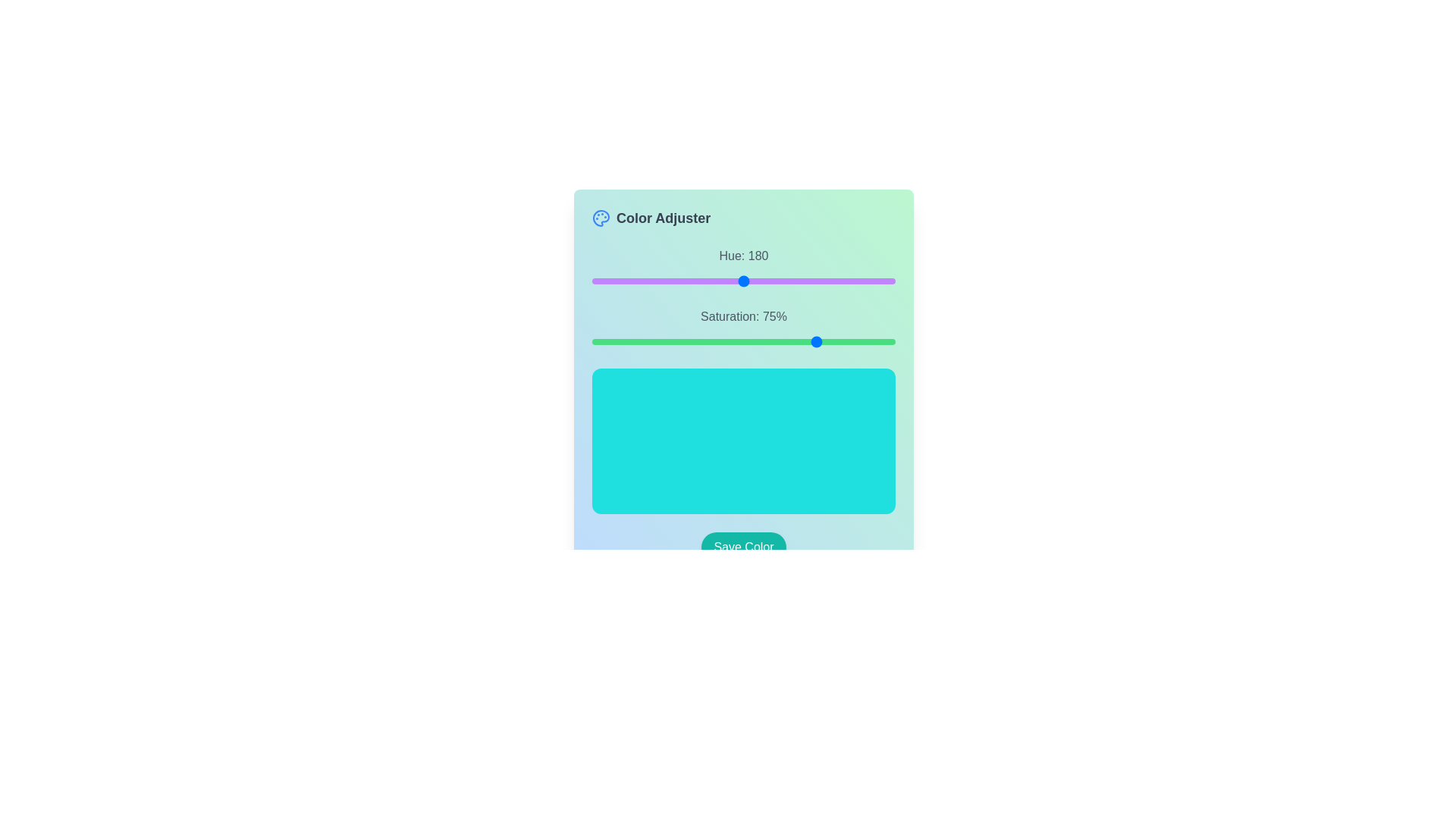  Describe the element at coordinates (868, 342) in the screenshot. I see `saturation` at that location.